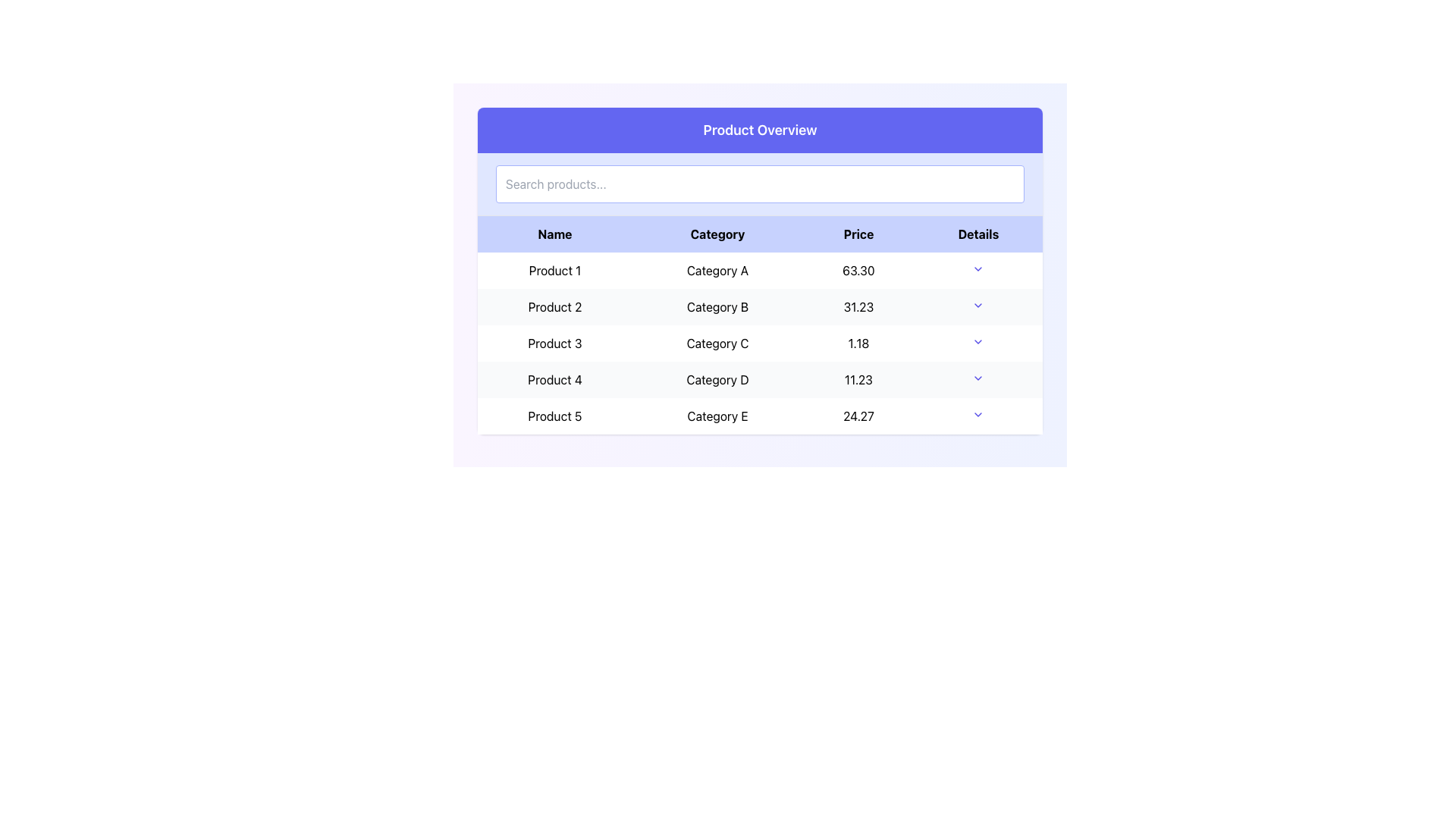  What do you see at coordinates (717, 379) in the screenshot?
I see `the label in the fourth row of the table that indicates the category of 'Product 4'` at bounding box center [717, 379].